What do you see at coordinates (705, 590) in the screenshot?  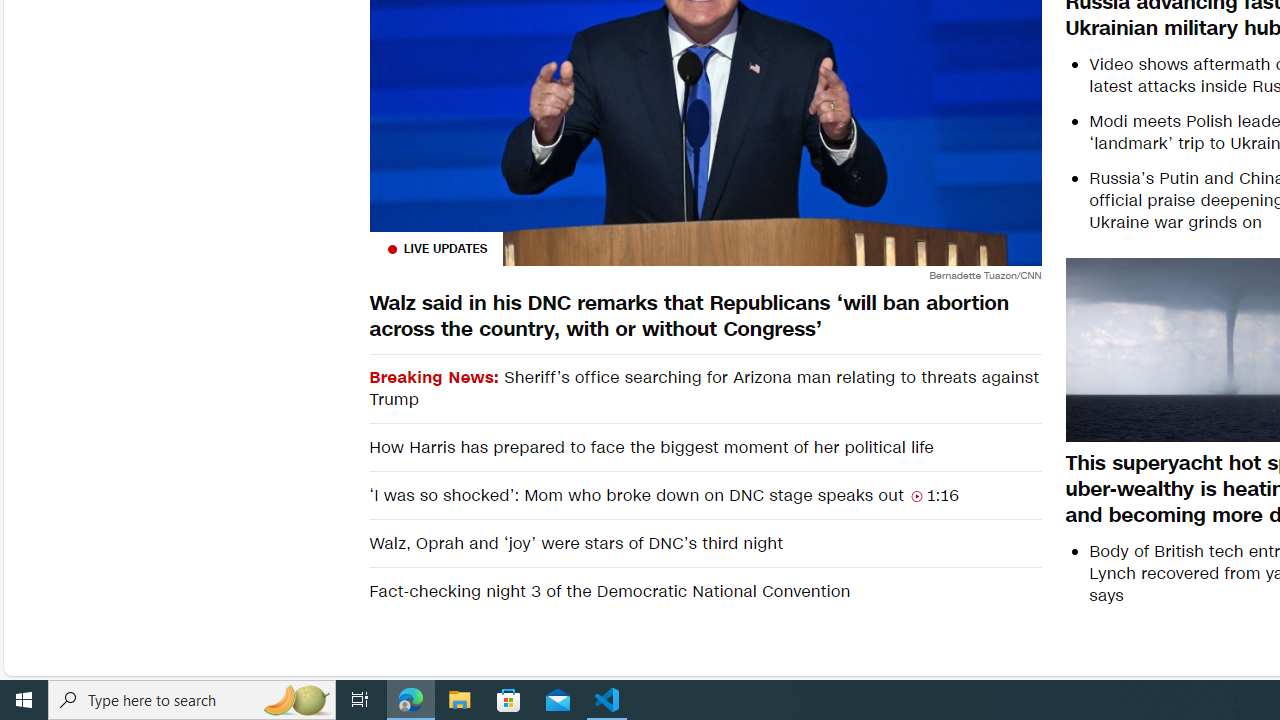 I see `'Fact-checking night 3 of the Democratic National Convention'` at bounding box center [705, 590].